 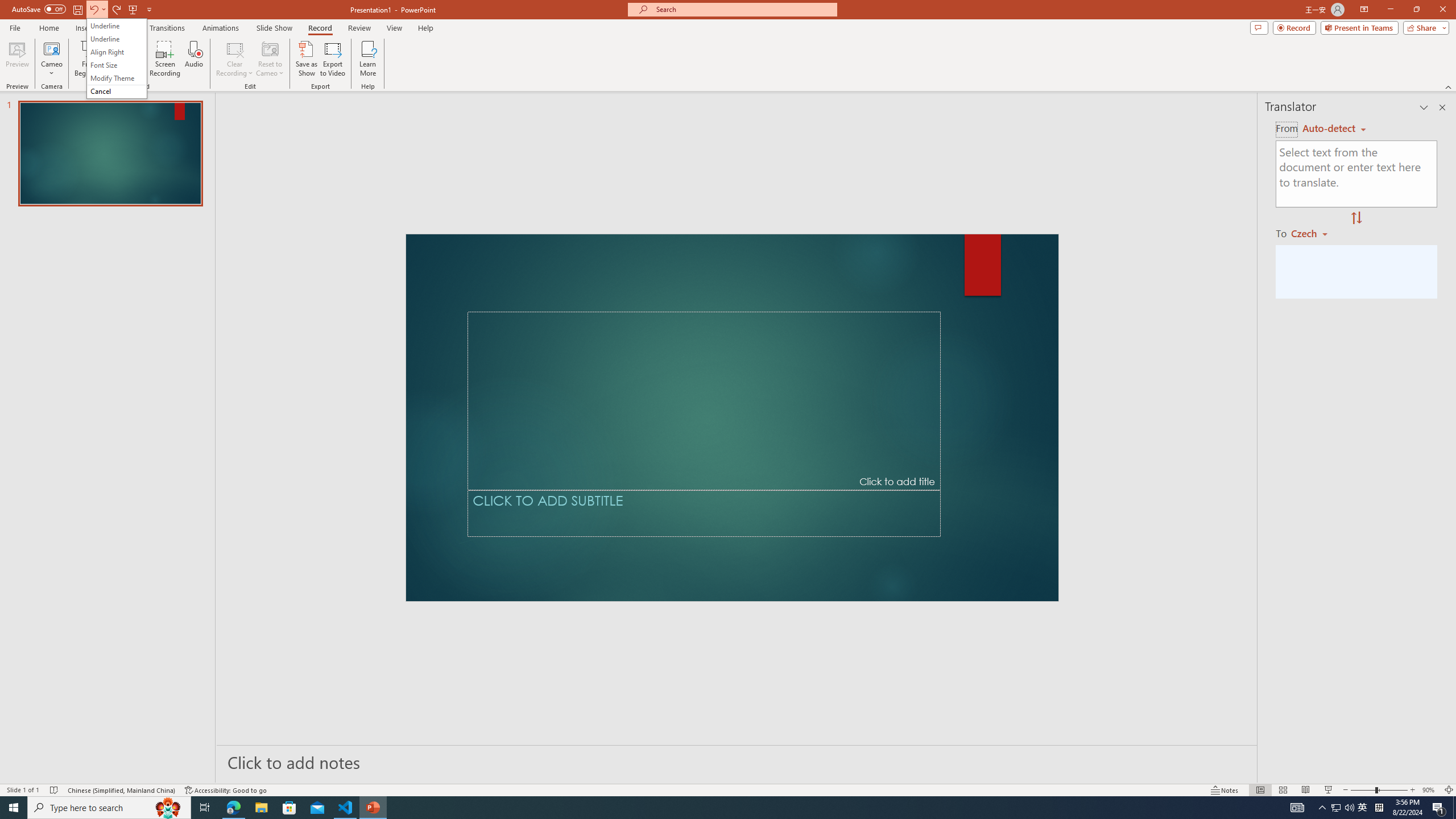 What do you see at coordinates (164, 59) in the screenshot?
I see `'Screen Recording'` at bounding box center [164, 59].